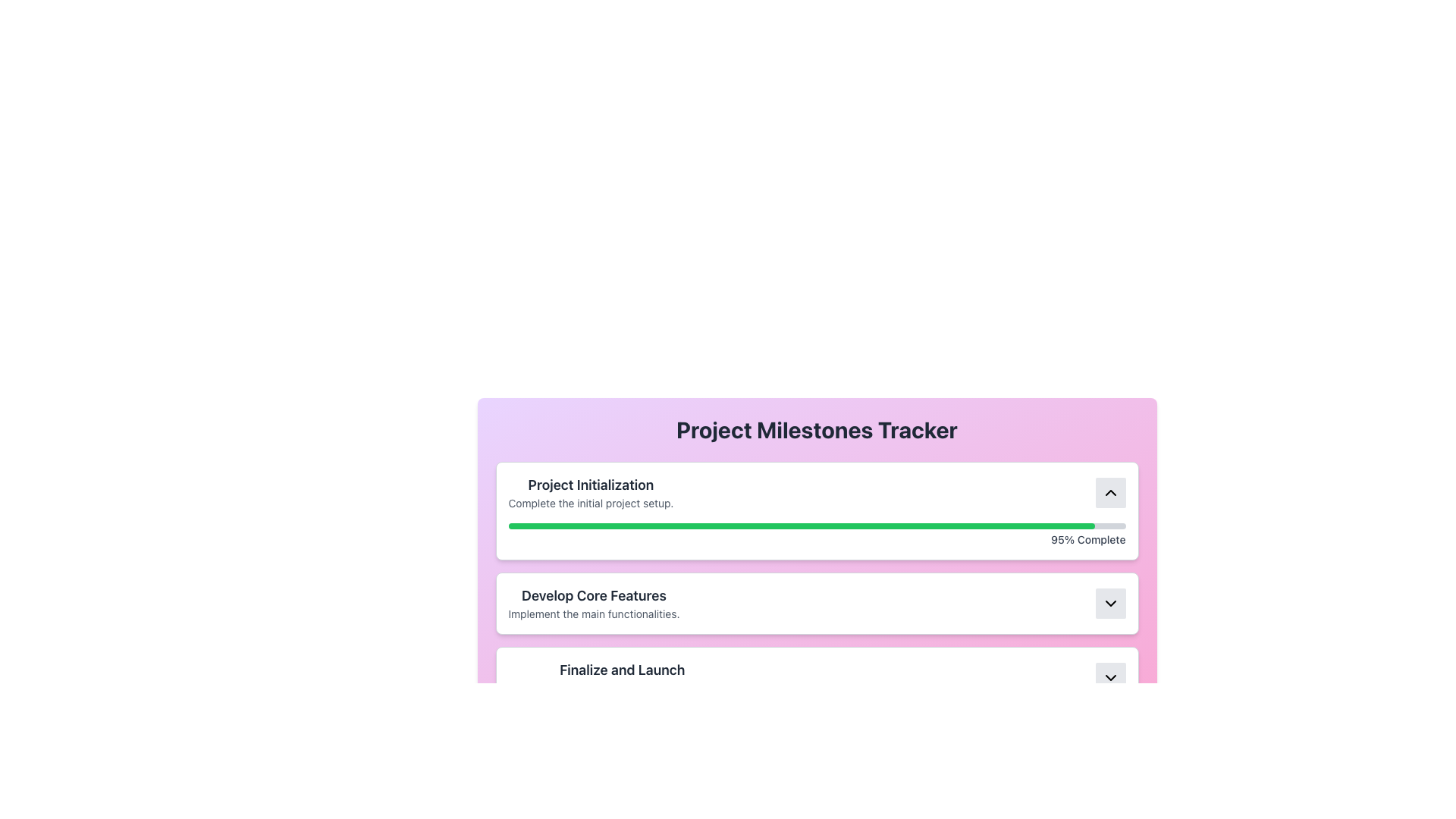  What do you see at coordinates (622, 669) in the screenshot?
I see `the text label reading 'Finalize and Launch', which is styled in a large, bold font in black on a pinkish background, located in the bottommost section of a task milestones list` at bounding box center [622, 669].